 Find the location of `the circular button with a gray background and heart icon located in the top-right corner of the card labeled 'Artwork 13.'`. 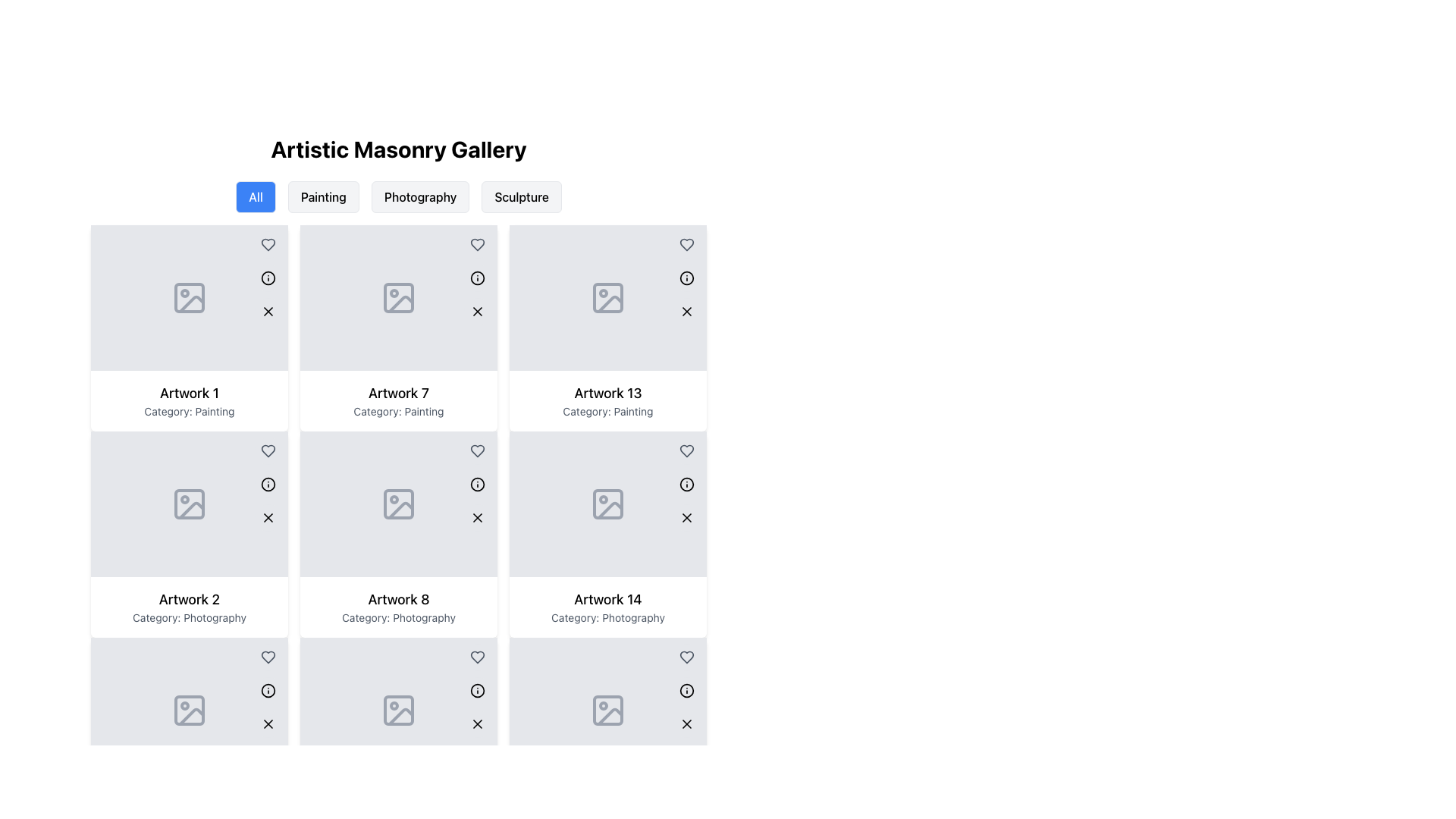

the circular button with a gray background and heart icon located in the top-right corner of the card labeled 'Artwork 13.' is located at coordinates (686, 450).